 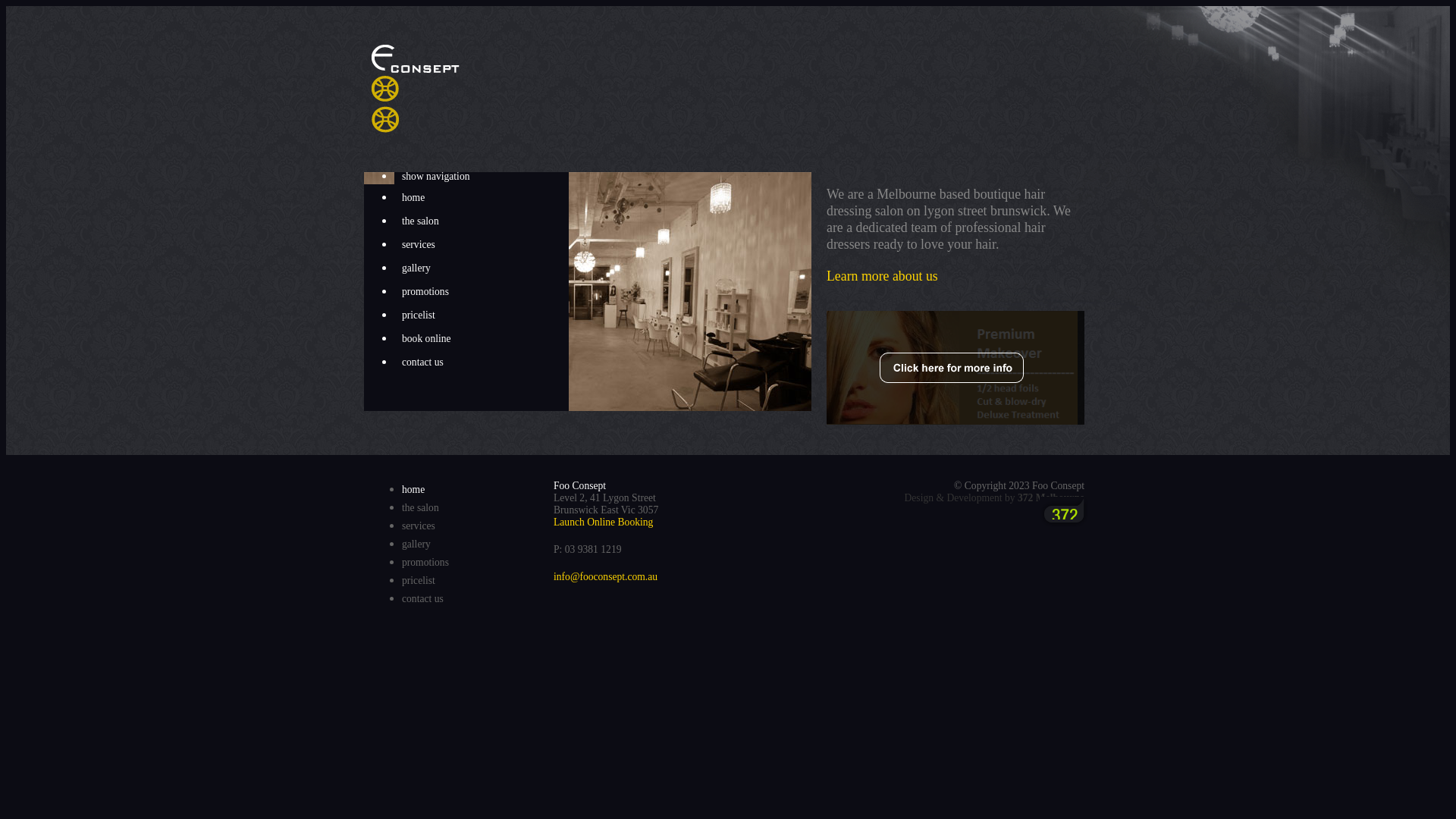 What do you see at coordinates (371, 88) in the screenshot?
I see `'Hair Dresser Brunswick Melbourne Australia - Foo Consept'` at bounding box center [371, 88].